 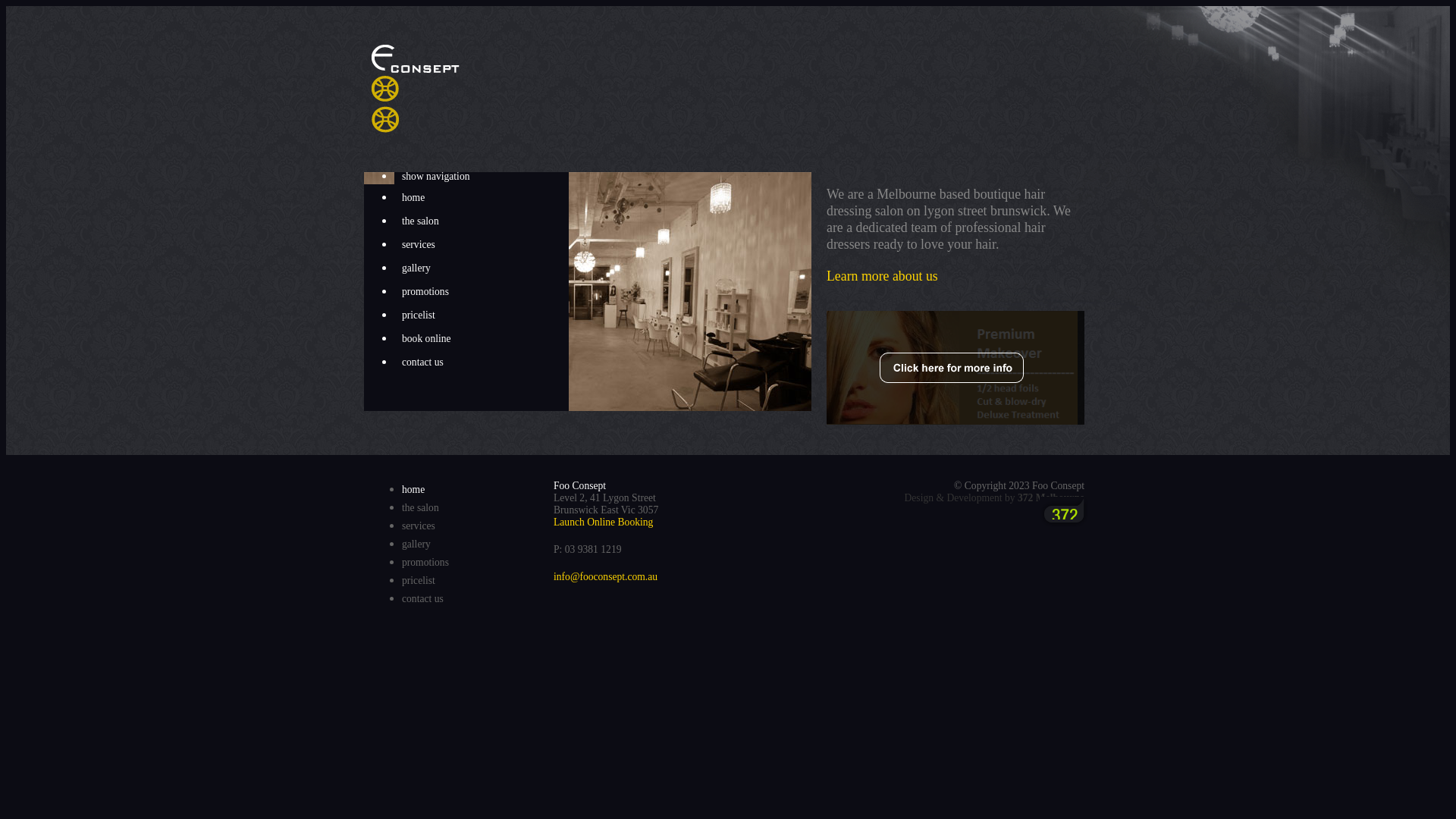 What do you see at coordinates (371, 88) in the screenshot?
I see `'Hair Dresser Brunswick Melbourne Australia - Foo Consept'` at bounding box center [371, 88].